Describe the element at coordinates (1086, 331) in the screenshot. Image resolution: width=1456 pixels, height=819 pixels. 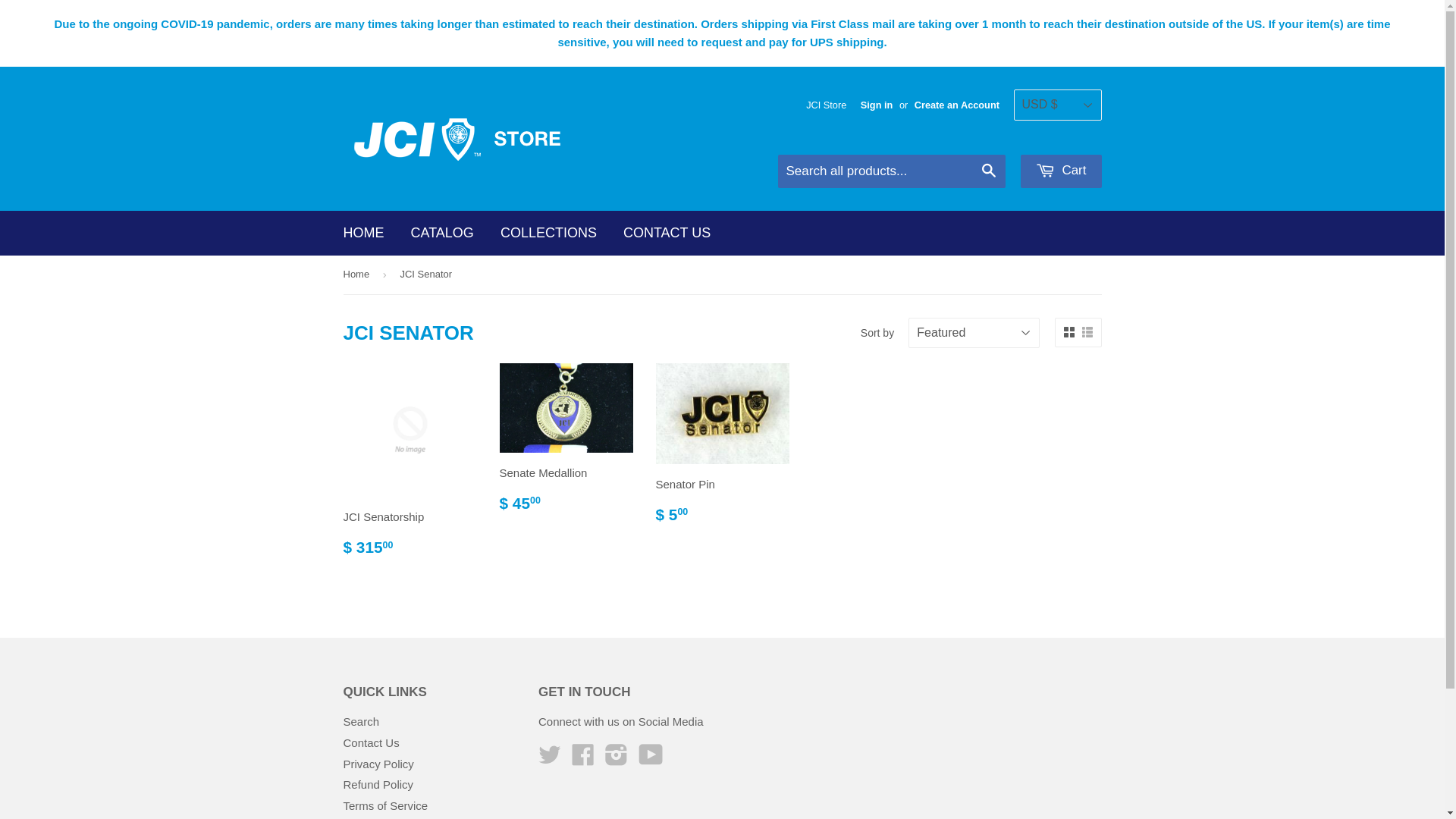
I see `'List view'` at that location.